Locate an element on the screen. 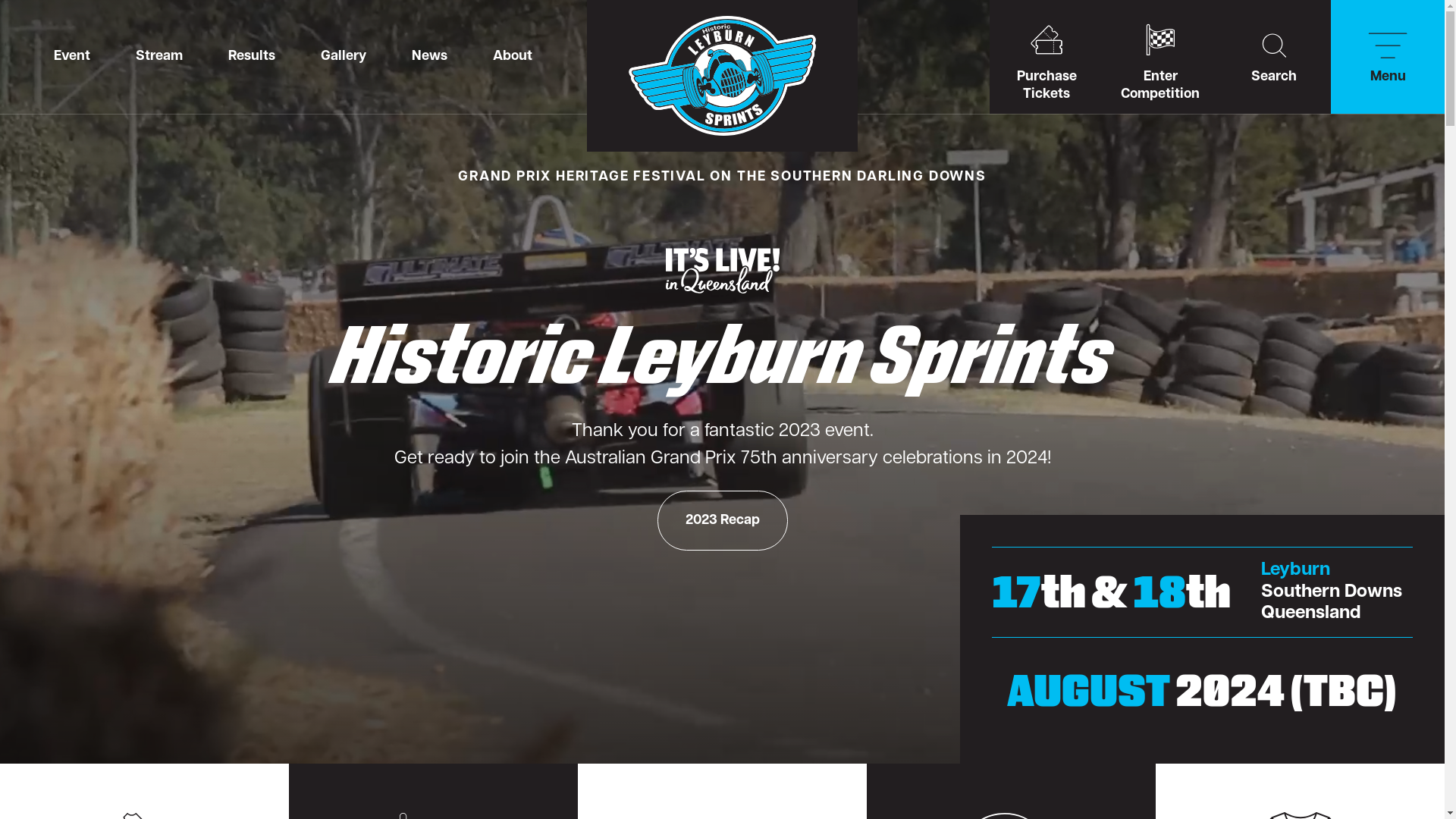 The width and height of the screenshot is (1456, 819). 'News' is located at coordinates (428, 55).